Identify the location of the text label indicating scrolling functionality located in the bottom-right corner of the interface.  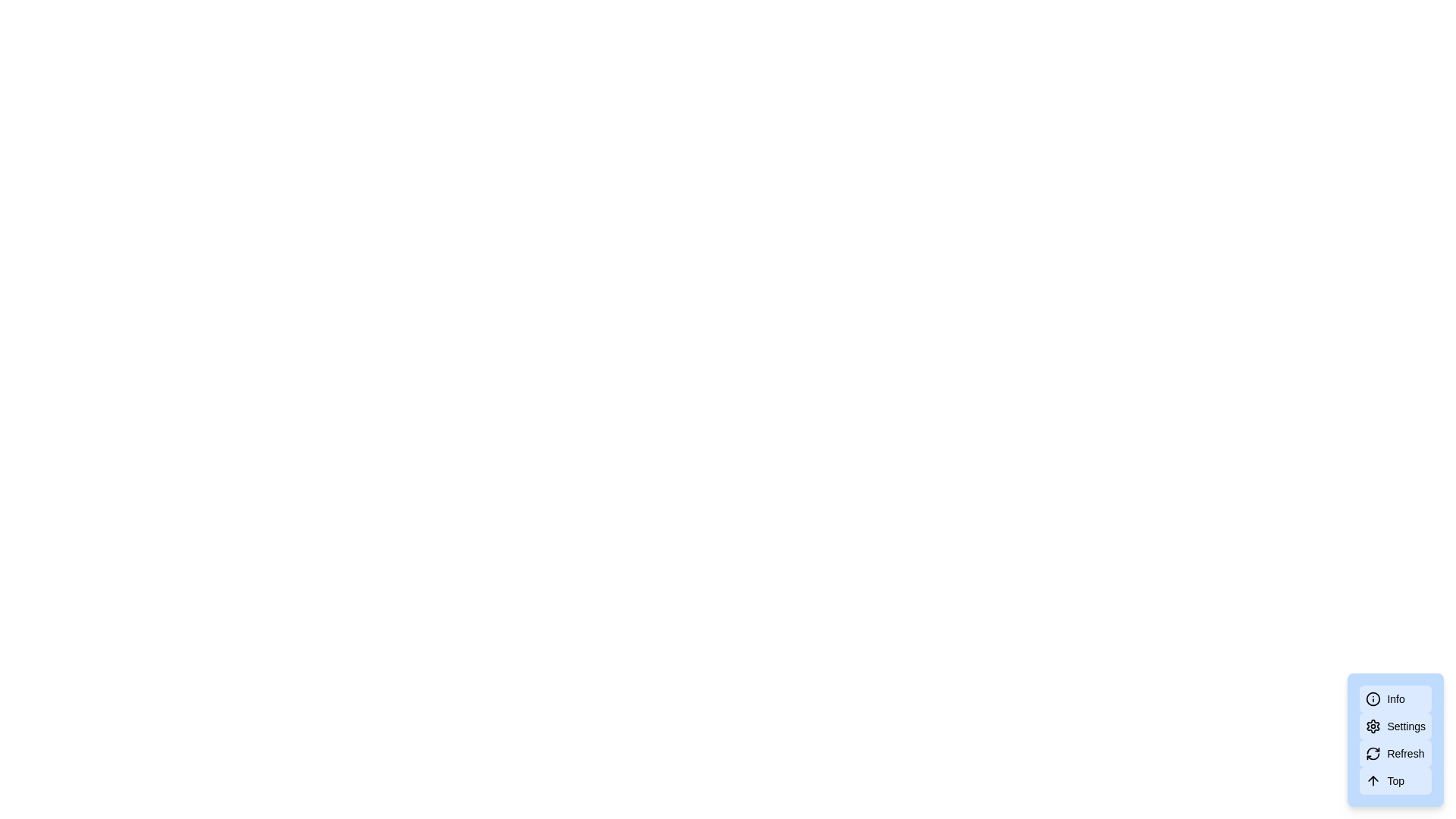
(1395, 780).